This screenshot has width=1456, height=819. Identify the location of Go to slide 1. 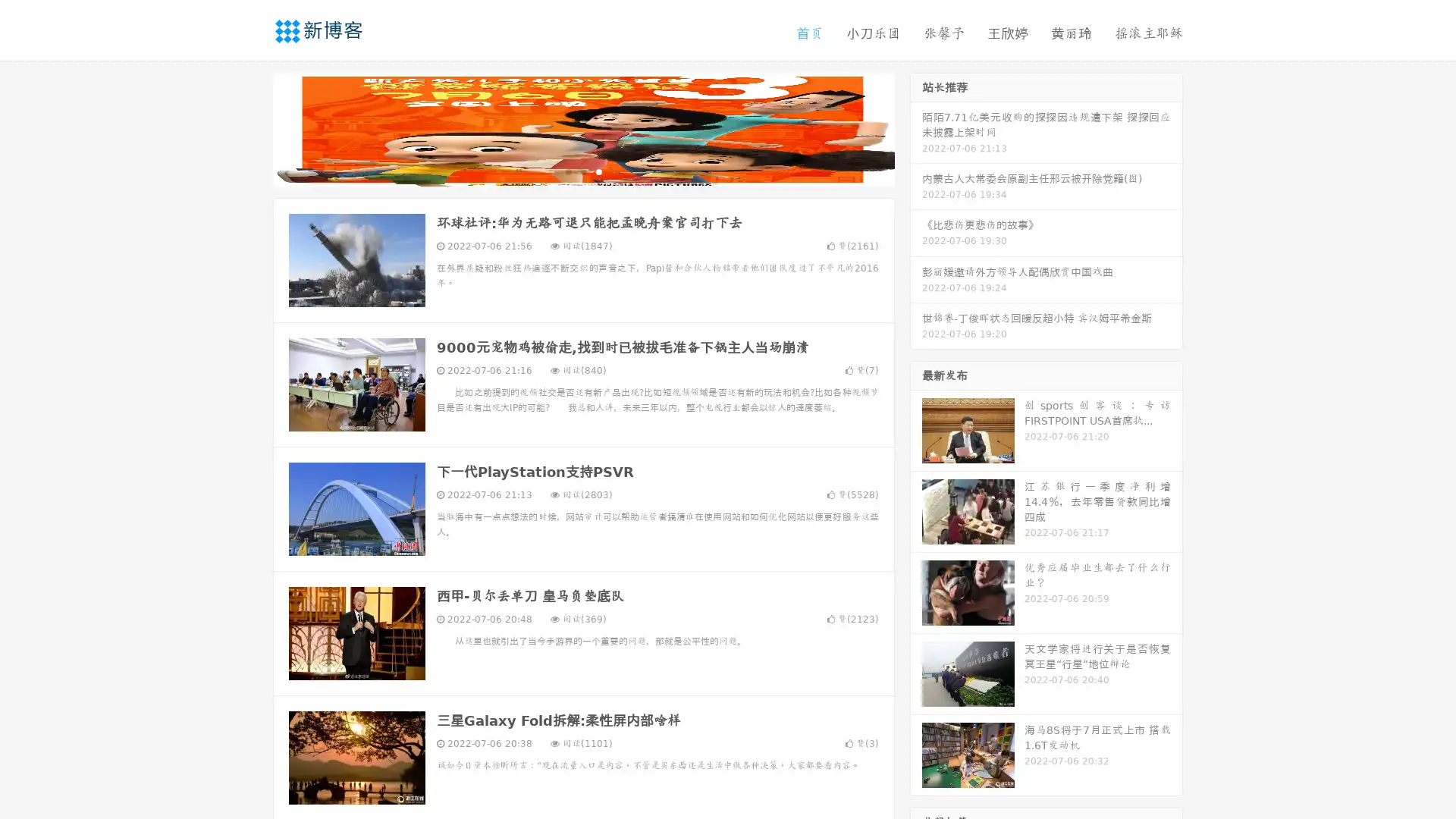
(567, 171).